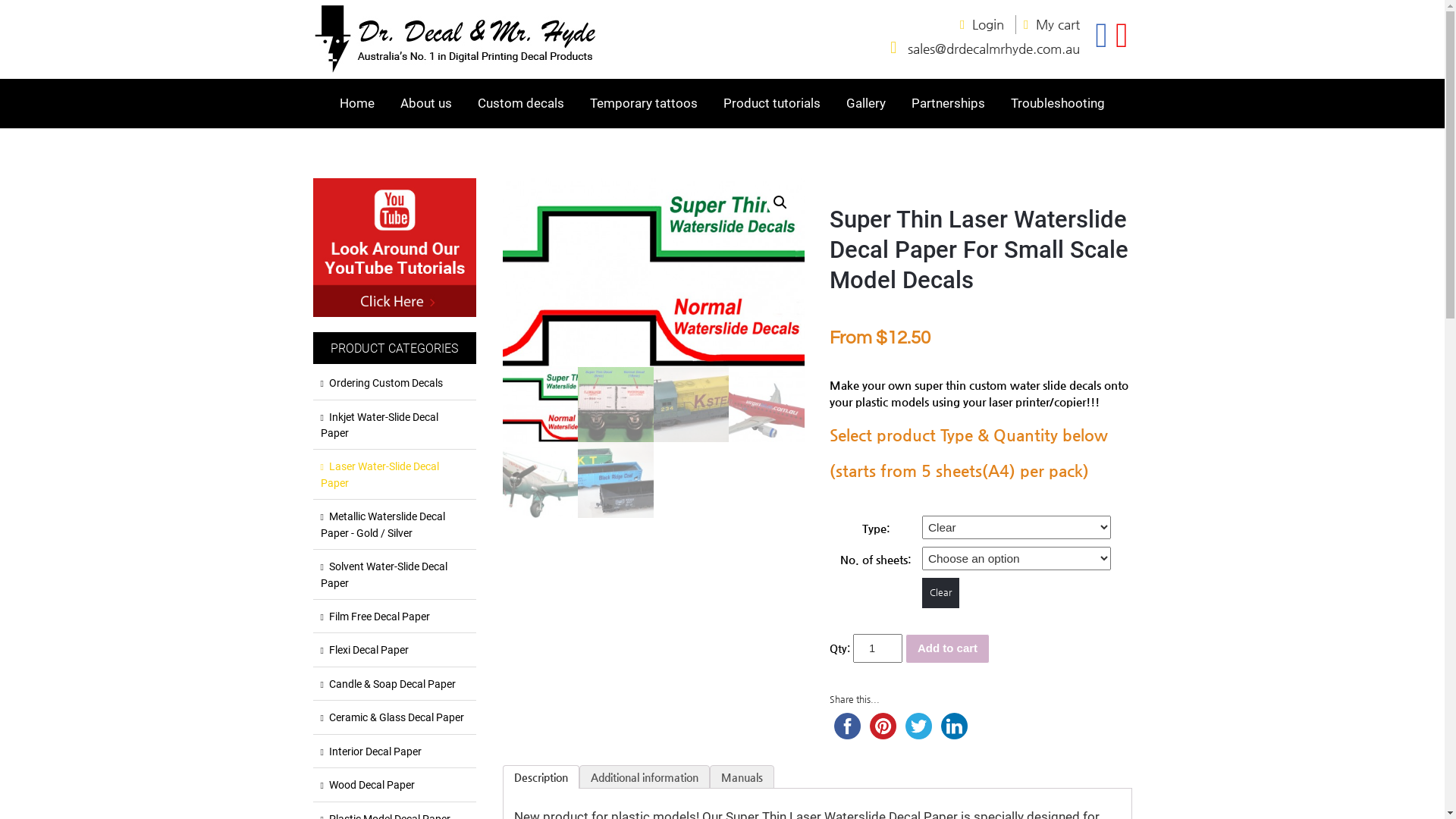 This screenshot has height=819, width=1456. What do you see at coordinates (993, 24) in the screenshot?
I see `'Login'` at bounding box center [993, 24].